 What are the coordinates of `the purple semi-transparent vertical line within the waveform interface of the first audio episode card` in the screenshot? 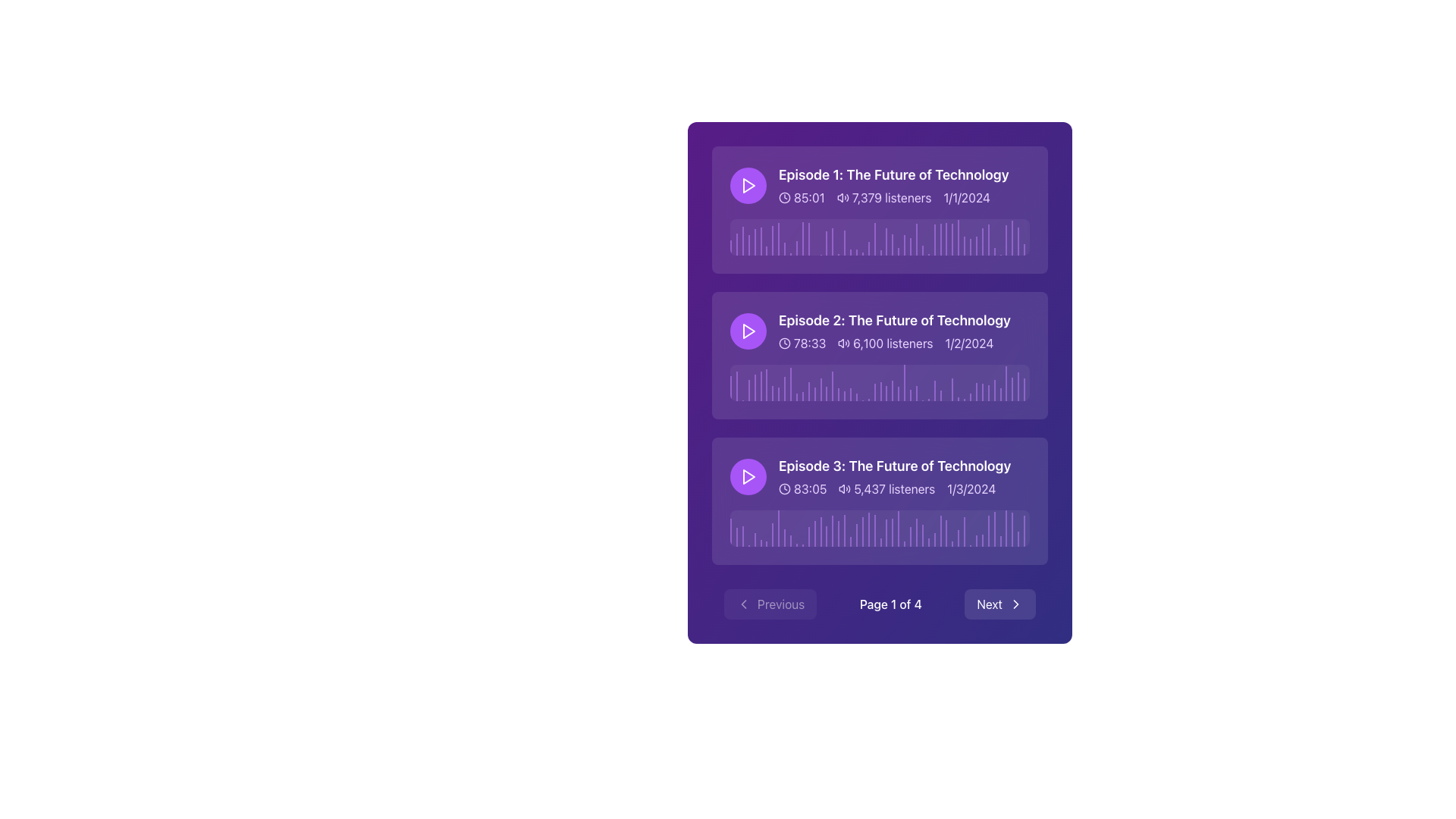 It's located at (964, 245).